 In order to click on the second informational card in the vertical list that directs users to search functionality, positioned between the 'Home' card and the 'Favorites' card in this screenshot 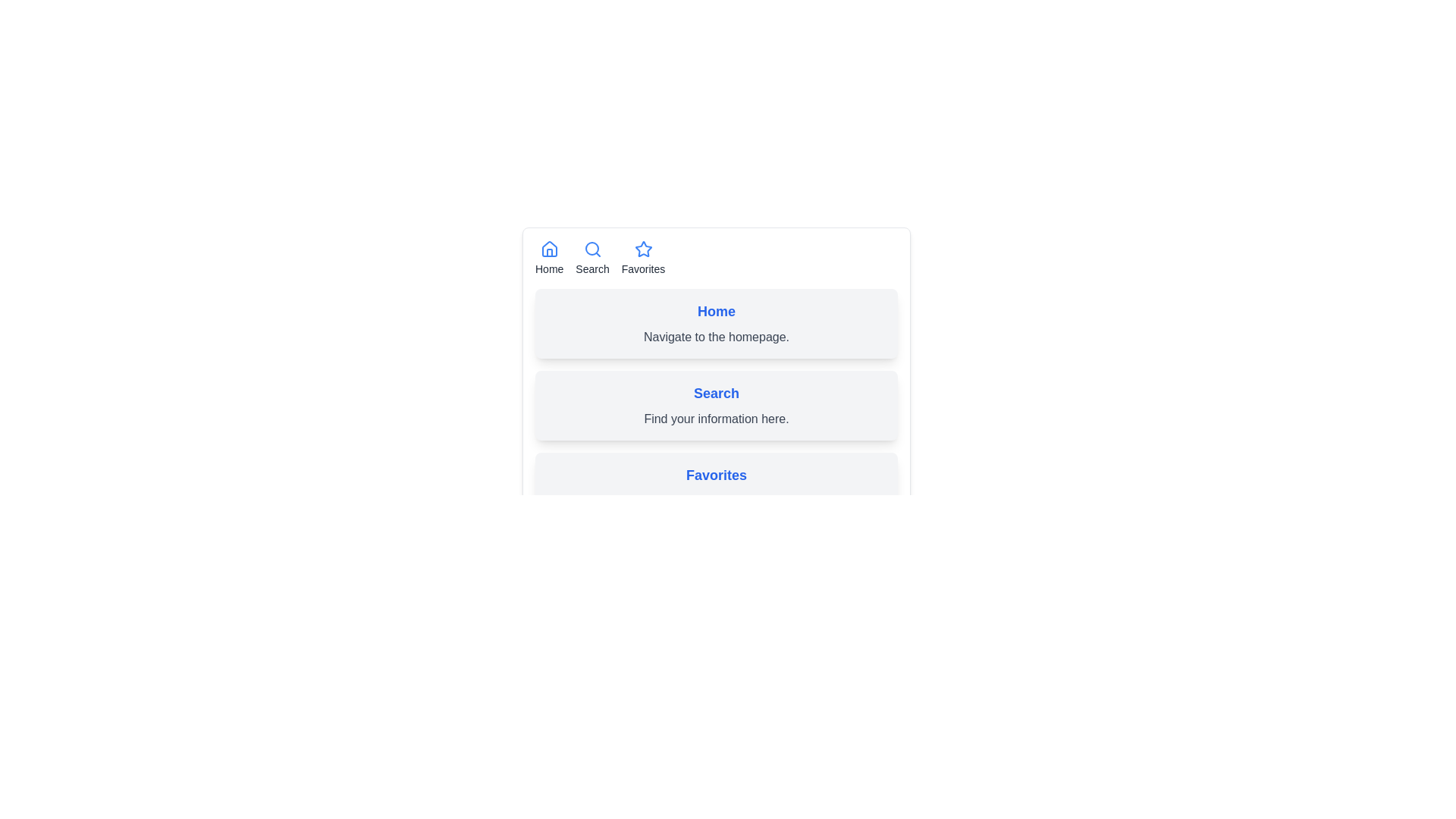, I will do `click(716, 405)`.